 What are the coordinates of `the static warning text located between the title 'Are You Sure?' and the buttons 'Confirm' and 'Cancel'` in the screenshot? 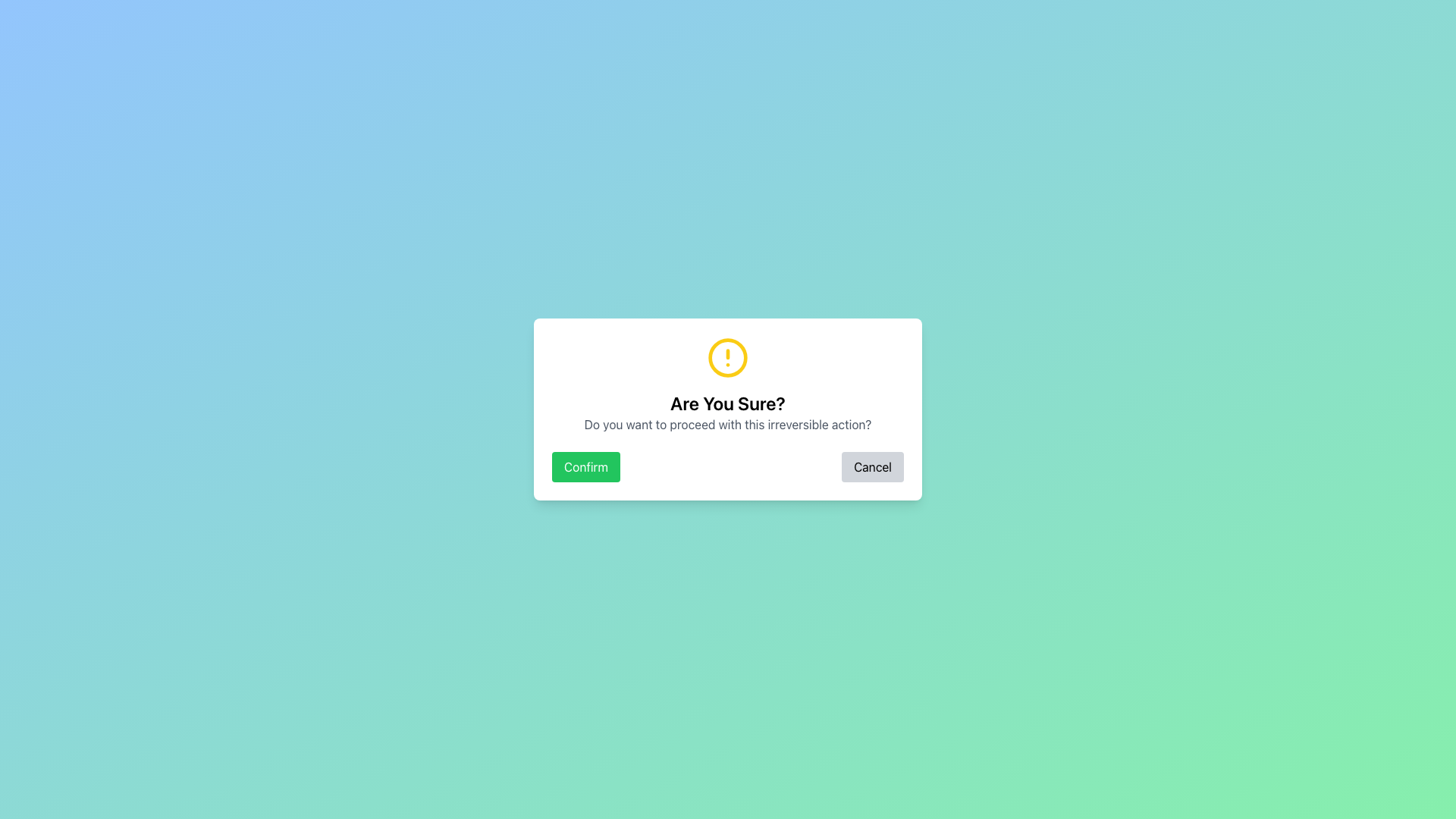 It's located at (728, 424).